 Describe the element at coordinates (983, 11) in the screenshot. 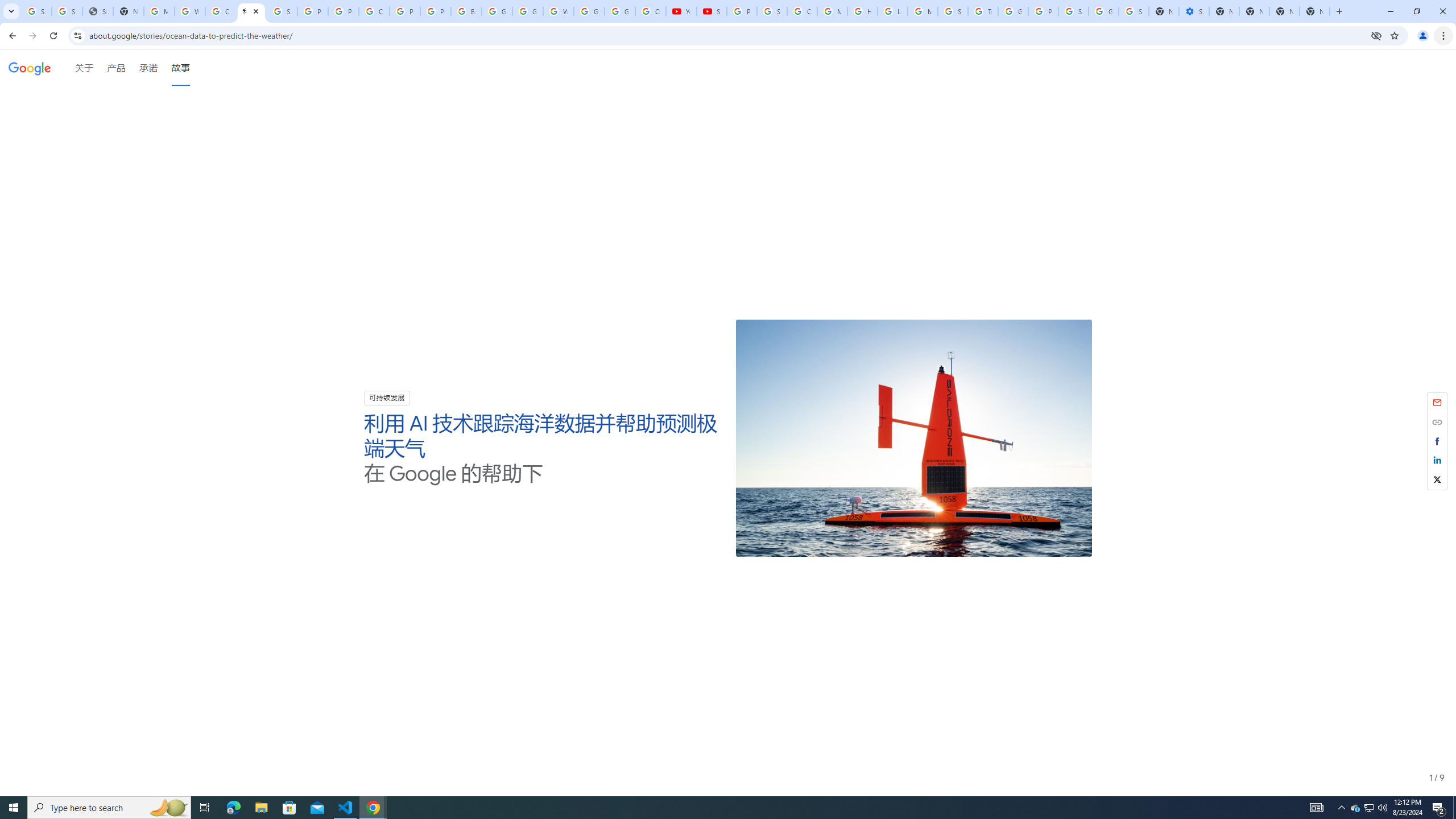

I see `'Trusted Information and Content - Google Safety Center'` at that location.